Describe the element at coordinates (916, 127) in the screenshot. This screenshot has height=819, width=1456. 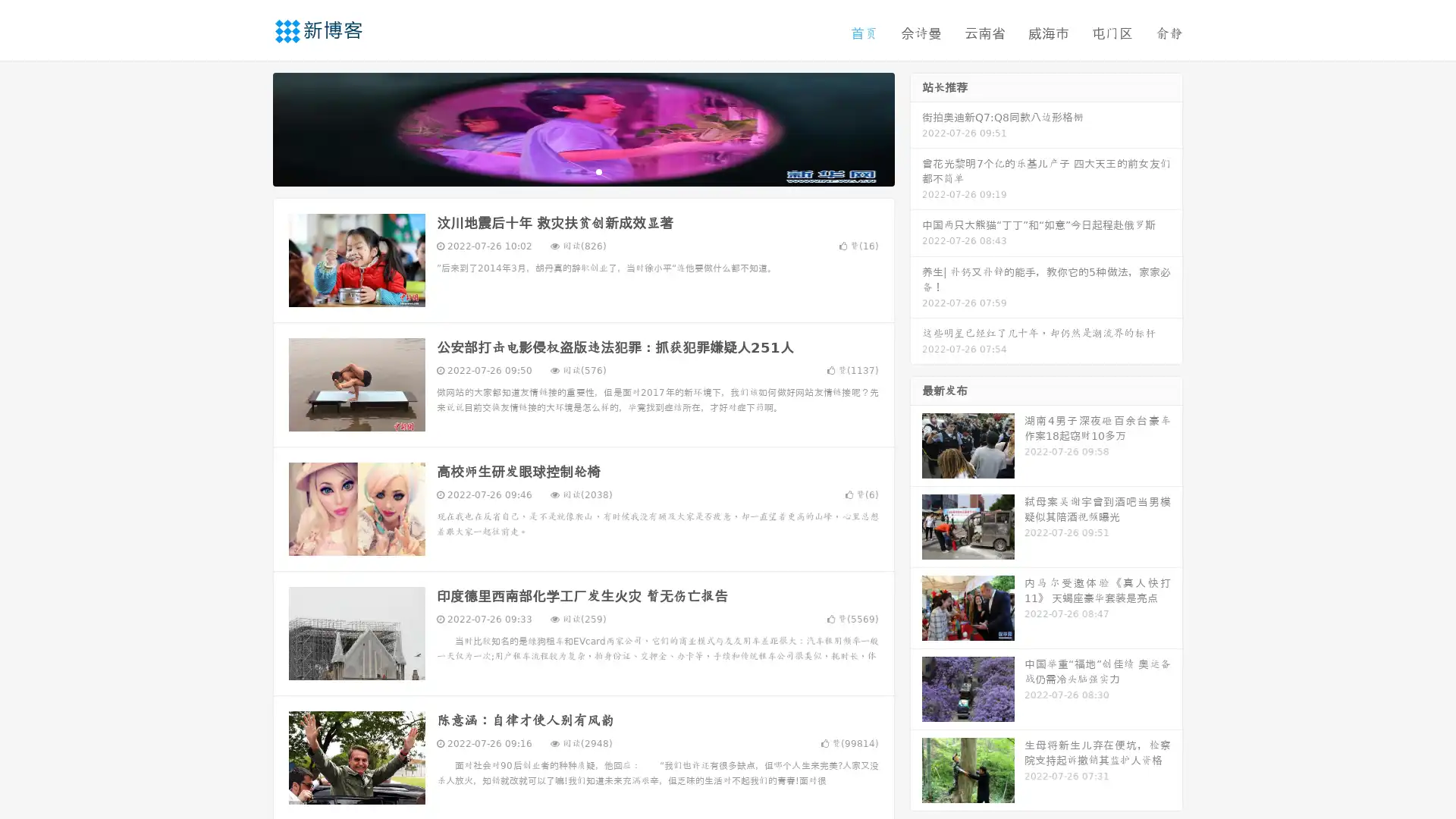
I see `Next slide` at that location.